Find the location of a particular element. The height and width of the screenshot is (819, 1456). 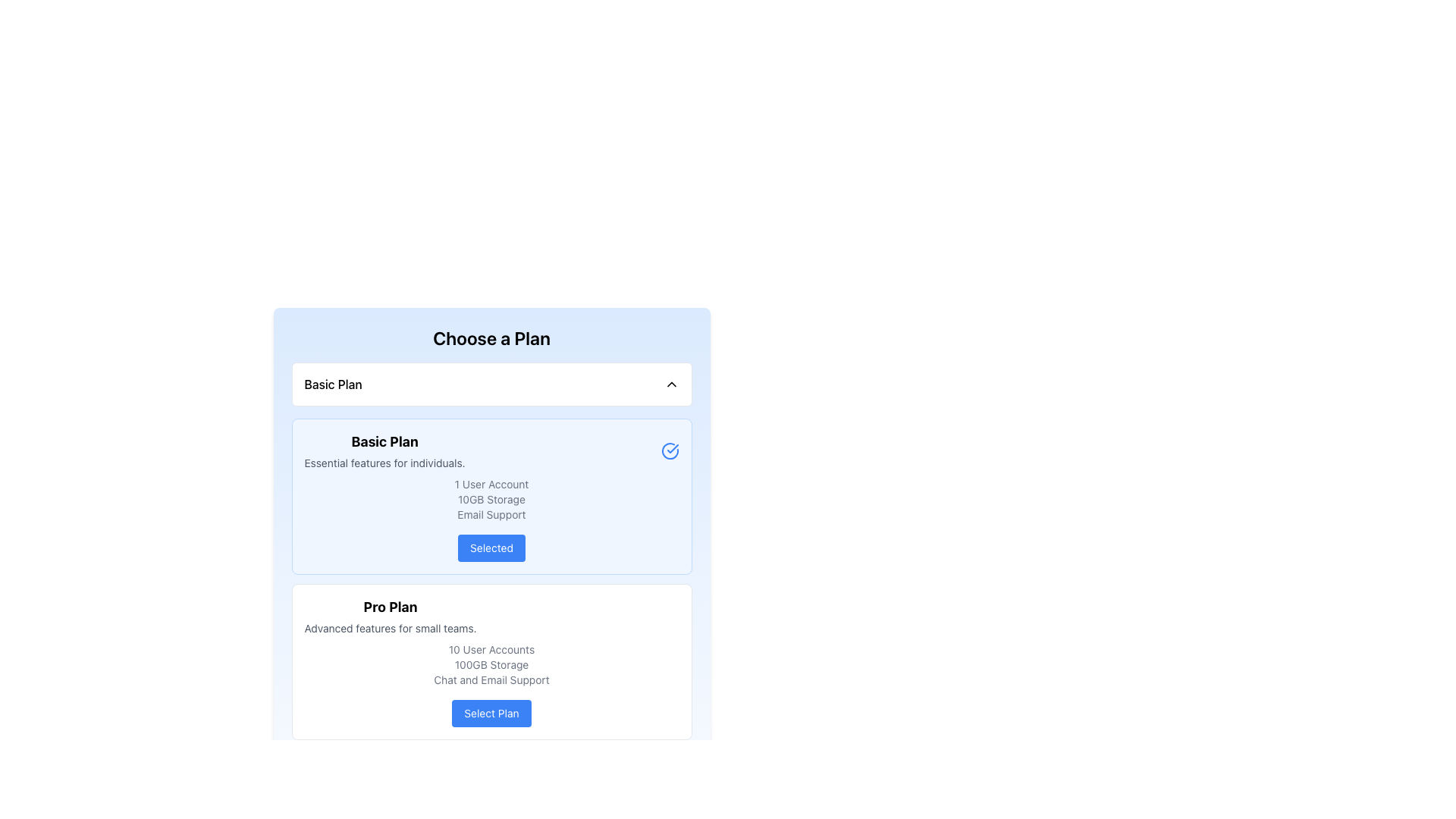

the blue circular icon with a check mark inside, located in the 'Basic Plan' section, to the right of the section title 'Basic Plan' is located at coordinates (669, 450).